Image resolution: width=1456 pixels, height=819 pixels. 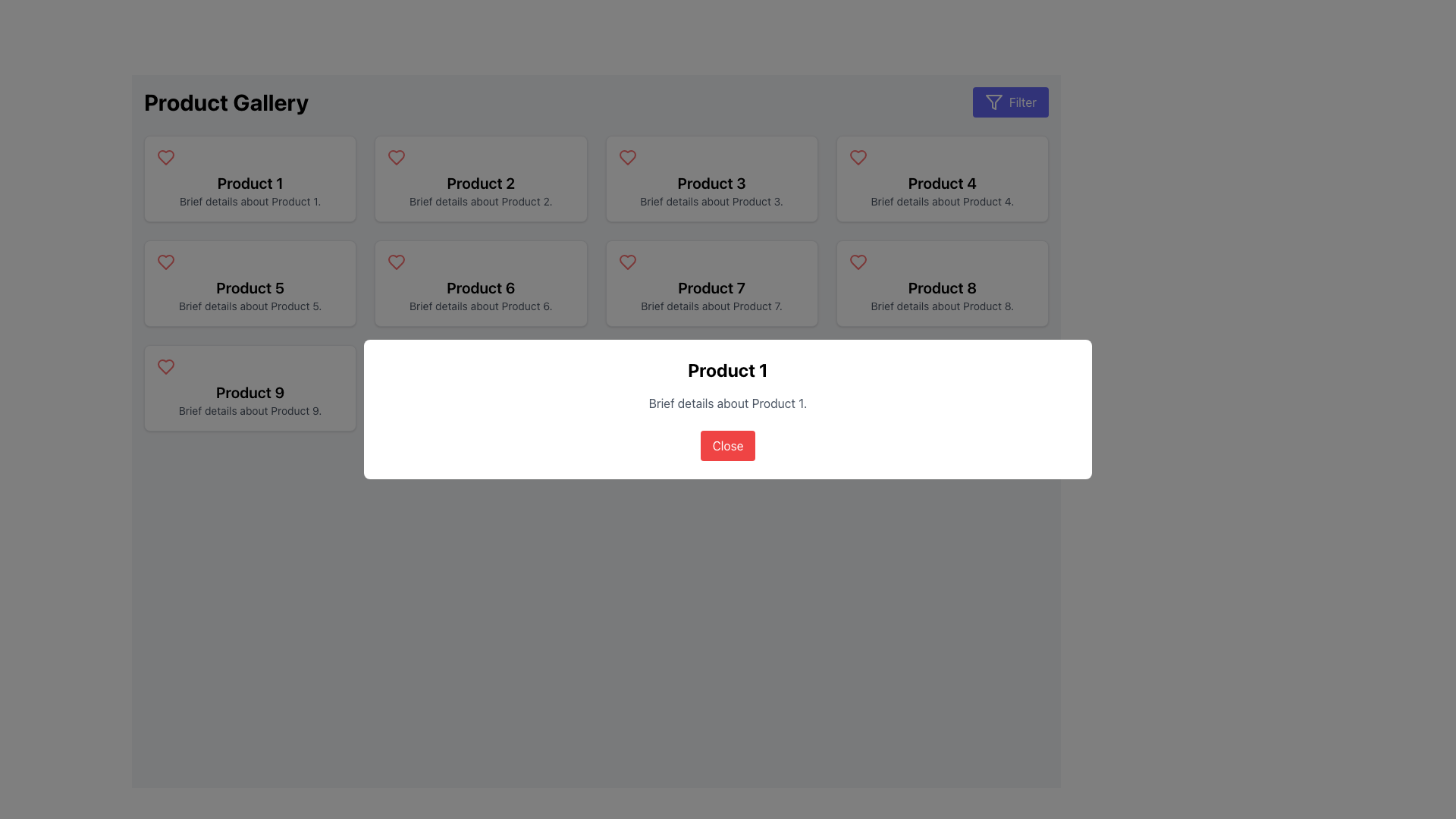 What do you see at coordinates (480, 306) in the screenshot?
I see `the text display element that provides a brief description of 'Product 6', located below the title in the product grid` at bounding box center [480, 306].